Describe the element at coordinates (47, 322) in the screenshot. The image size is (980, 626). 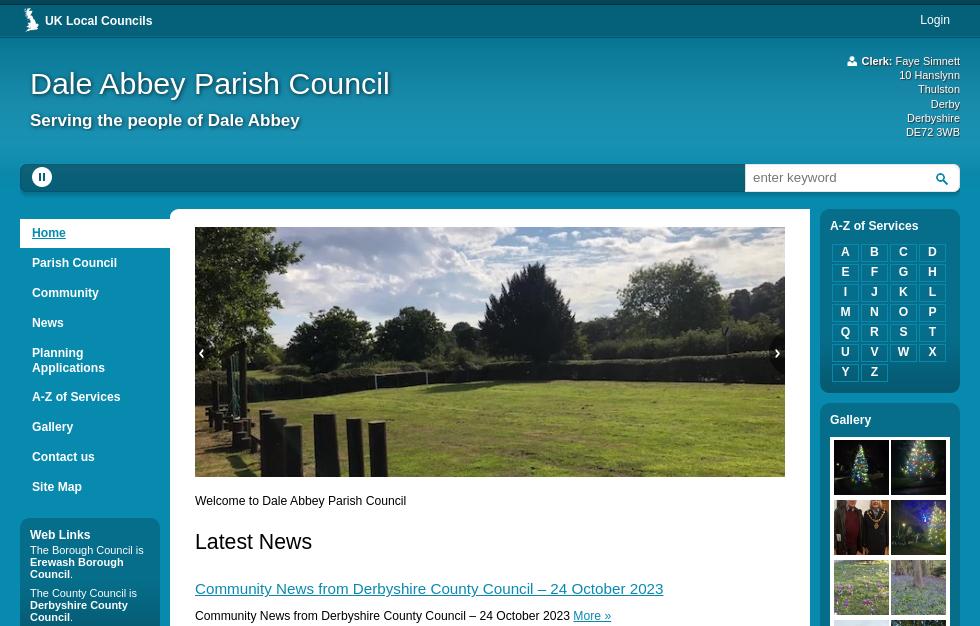
I see `'News'` at that location.